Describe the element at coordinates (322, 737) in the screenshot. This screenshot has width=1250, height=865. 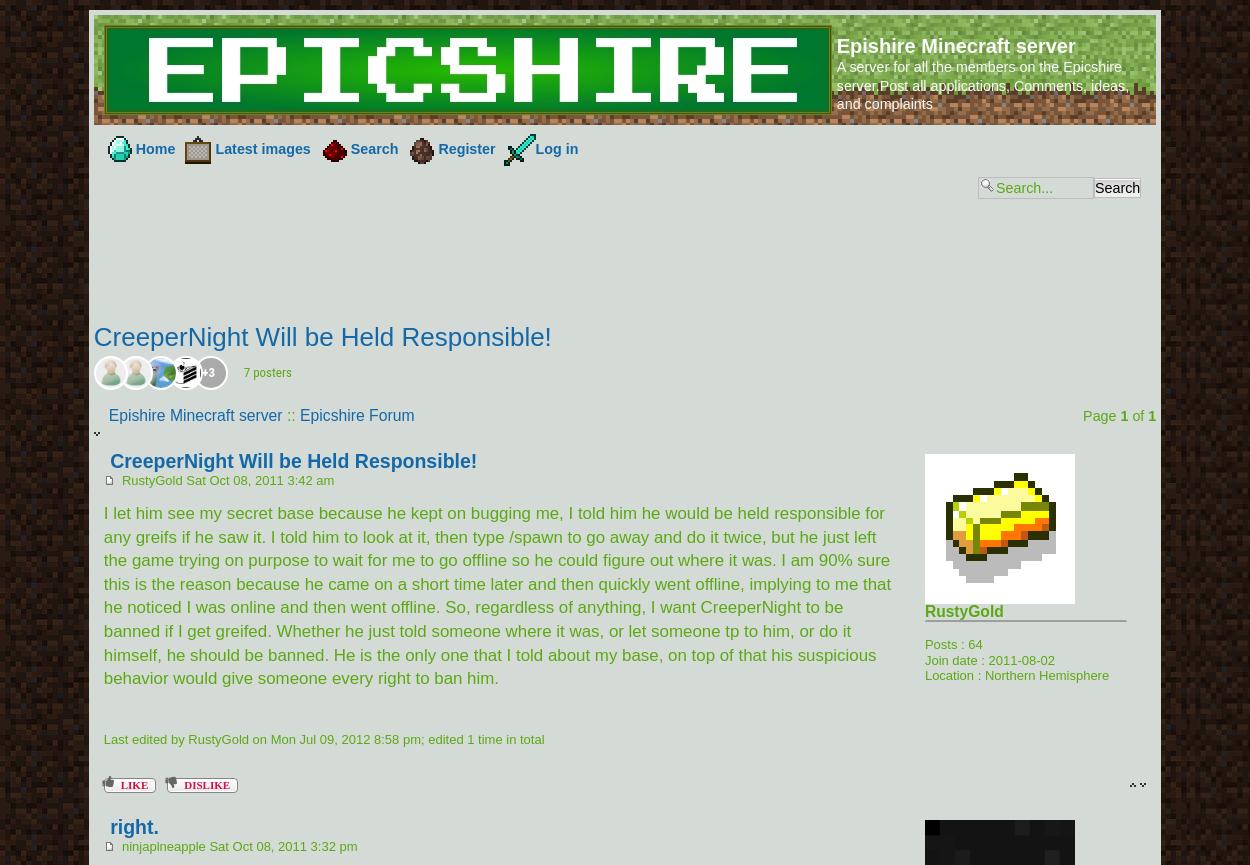
I see `'Last edited by RustyGold on Mon Jul 09, 2012 8:58 pm; edited 1 time in total'` at that location.